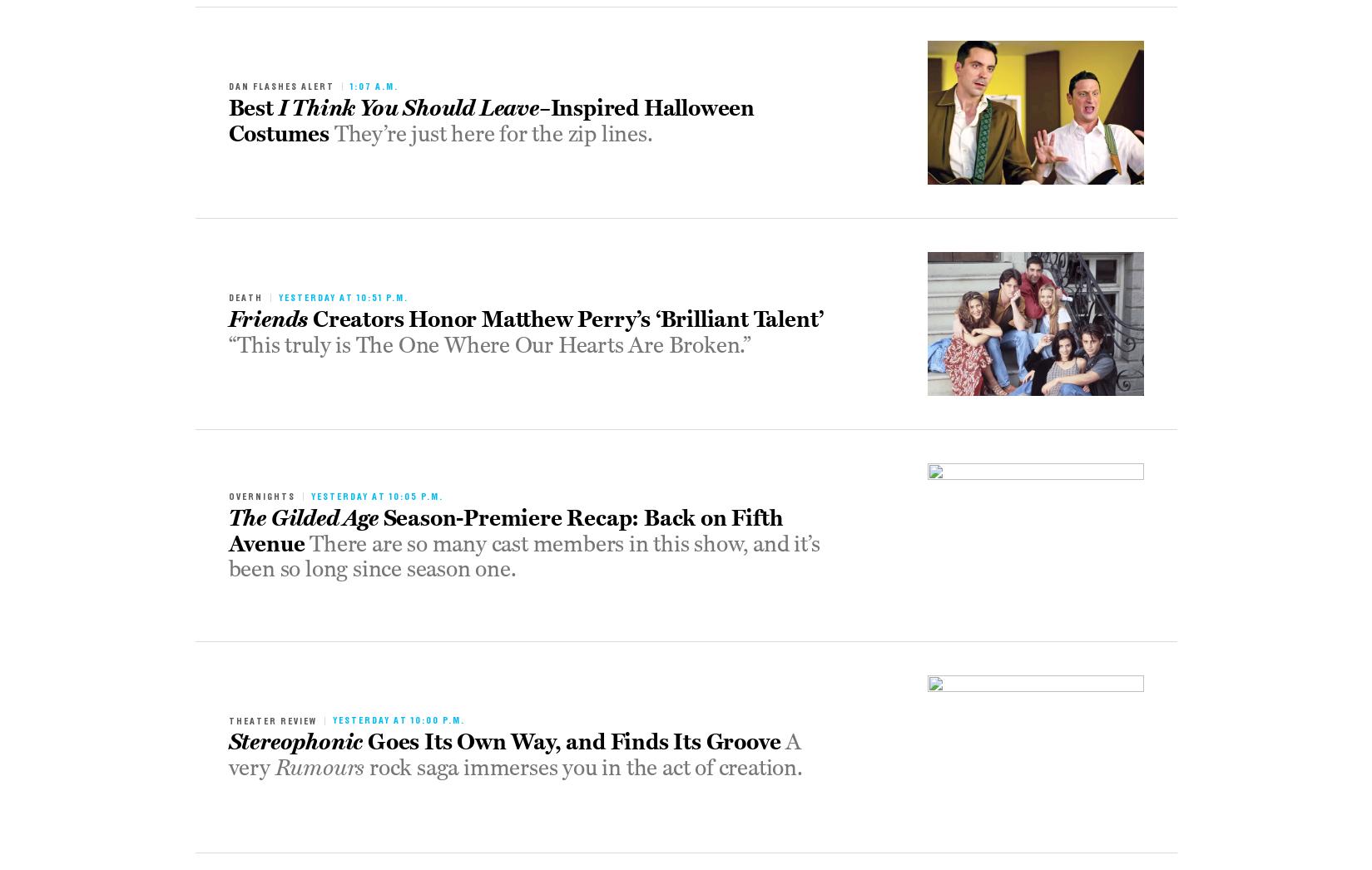 The width and height of the screenshot is (1372, 870). I want to click on '1:07 a.m.', so click(373, 86).